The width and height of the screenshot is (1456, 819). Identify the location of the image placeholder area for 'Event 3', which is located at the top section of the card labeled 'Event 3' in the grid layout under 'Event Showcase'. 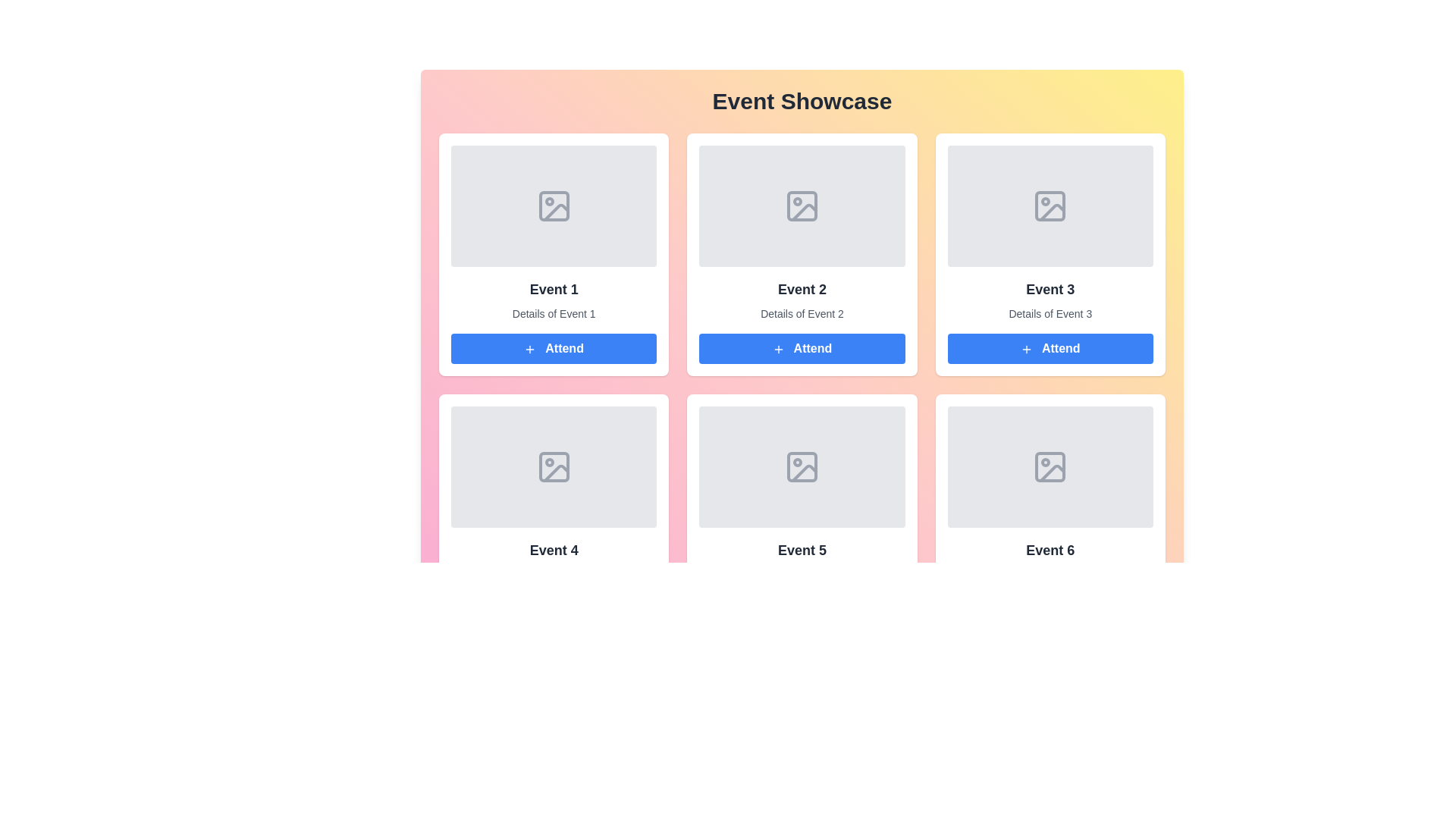
(1050, 206).